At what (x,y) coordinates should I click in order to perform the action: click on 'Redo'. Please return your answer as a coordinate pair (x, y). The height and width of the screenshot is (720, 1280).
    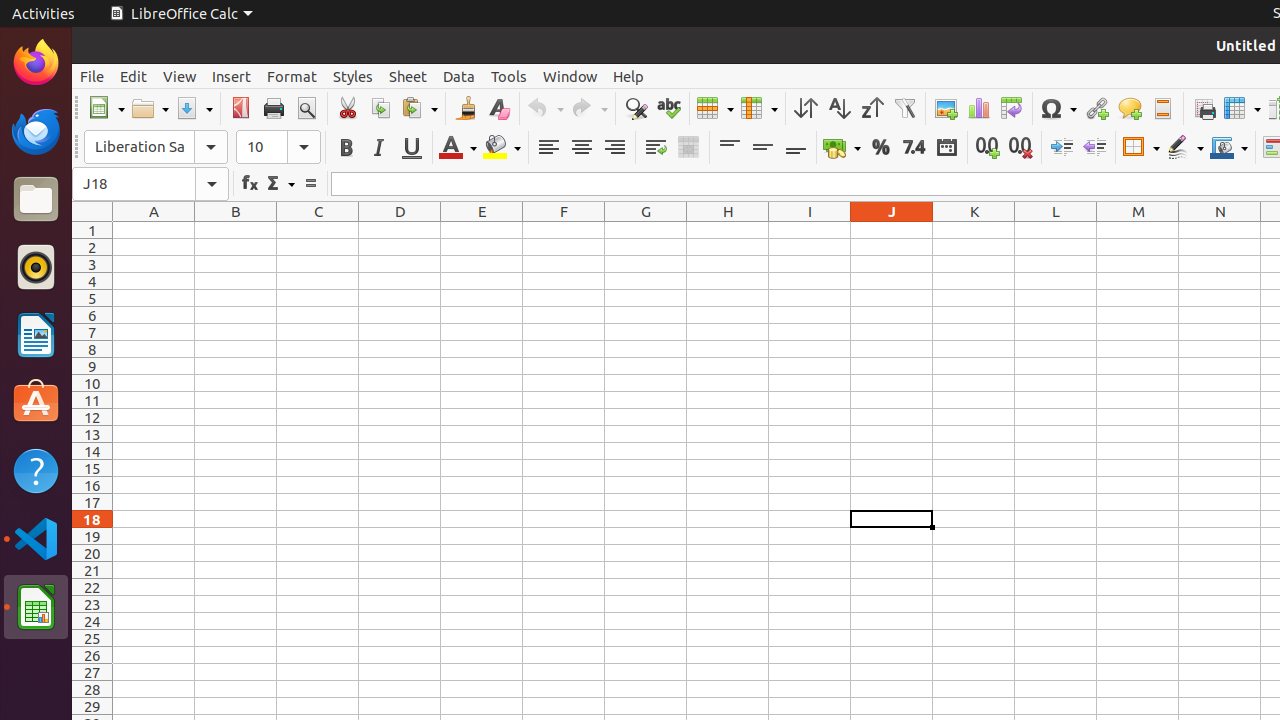
    Looking at the image, I should click on (588, 108).